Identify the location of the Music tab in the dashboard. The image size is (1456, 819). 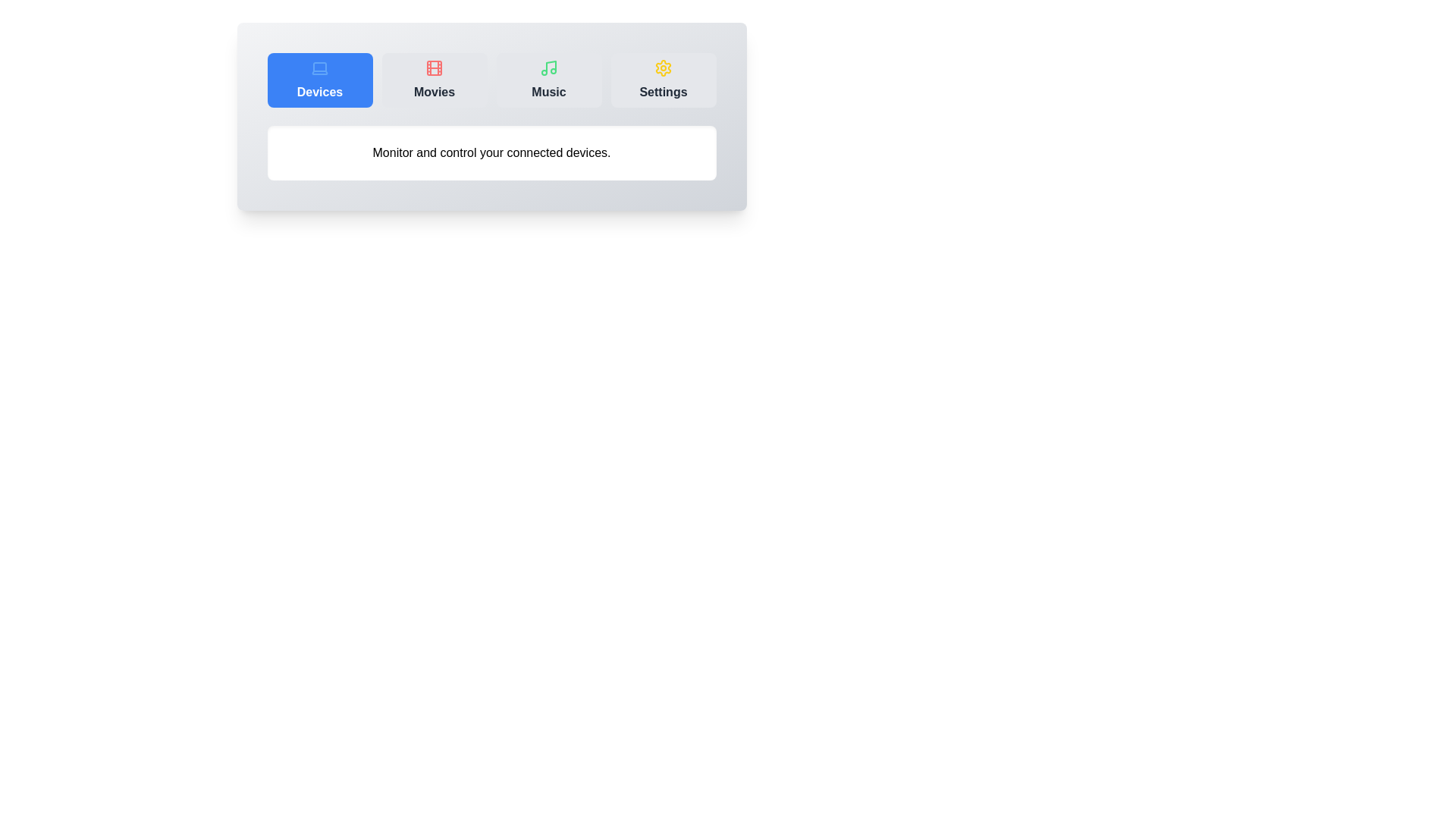
(548, 80).